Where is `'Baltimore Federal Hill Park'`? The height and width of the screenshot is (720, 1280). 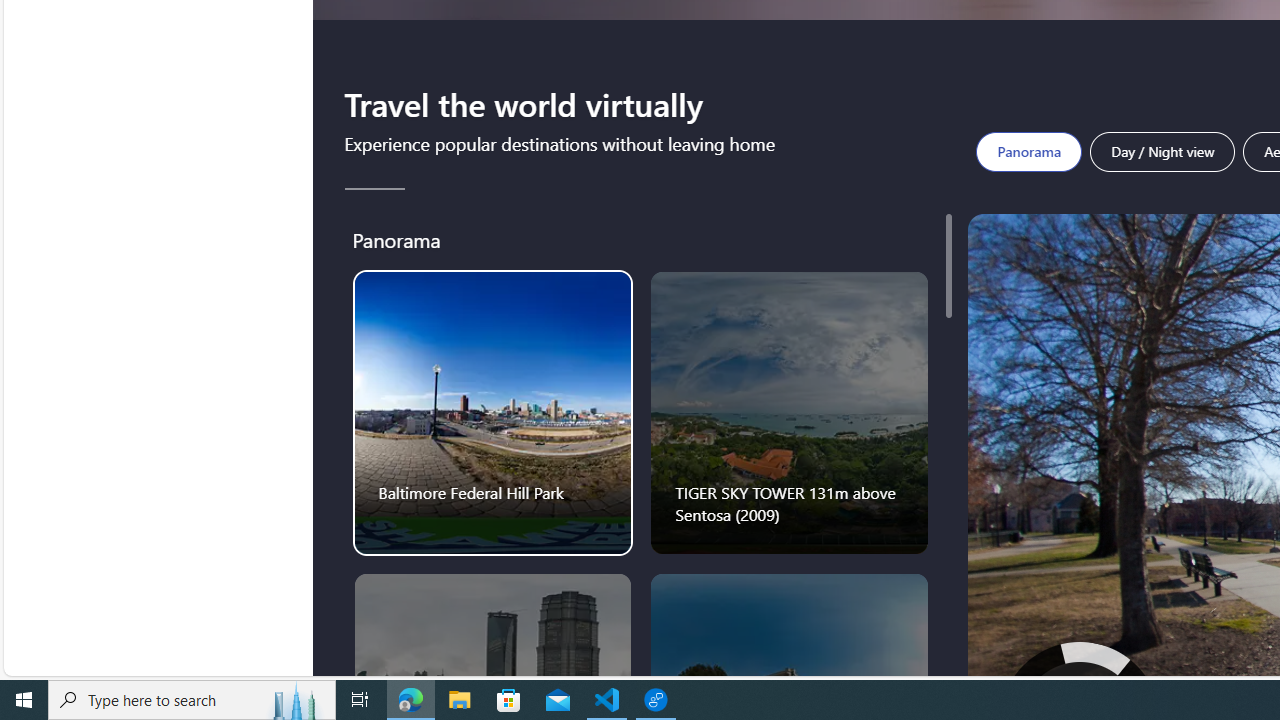
'Baltimore Federal Hill Park' is located at coordinates (493, 411).